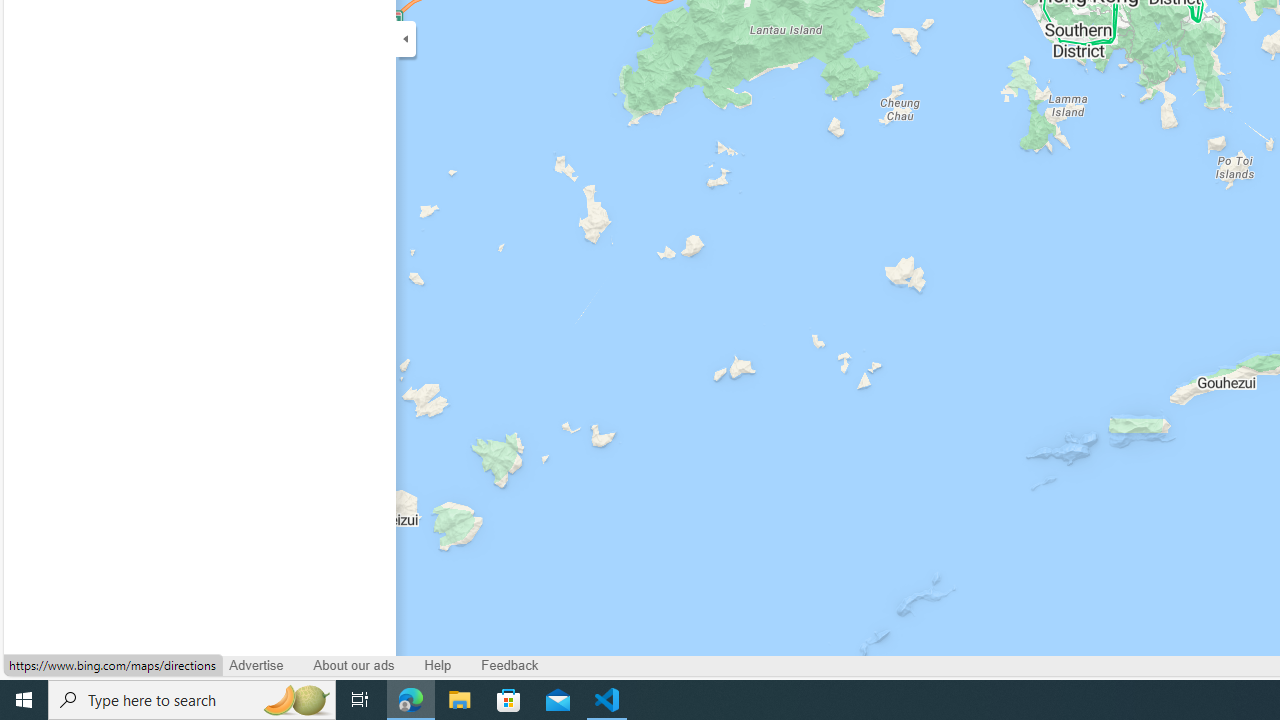  Describe the element at coordinates (437, 666) in the screenshot. I see `'Help'` at that location.